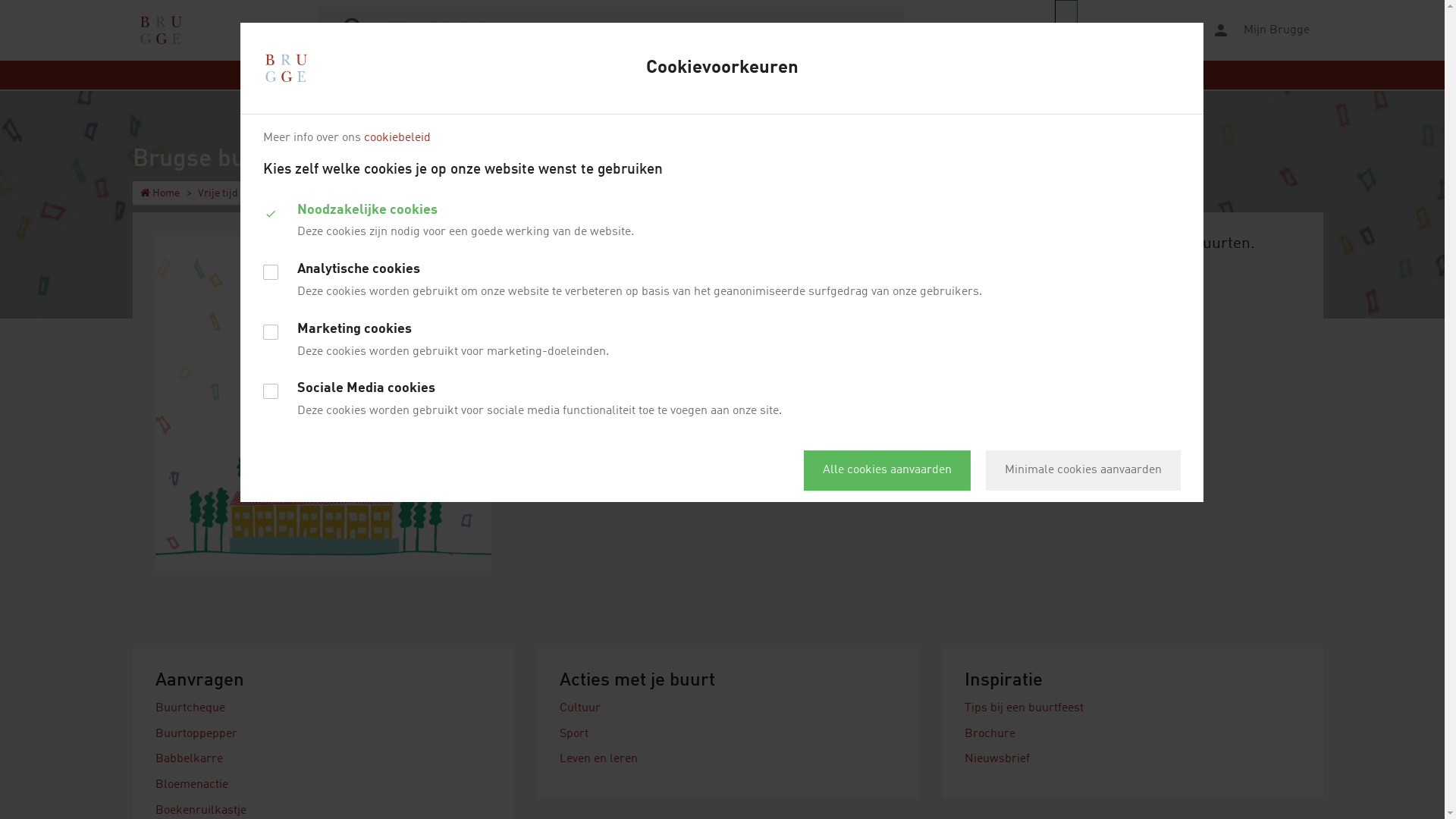 The image size is (1456, 819). I want to click on 'Ga naar de startpagina', so click(160, 30).